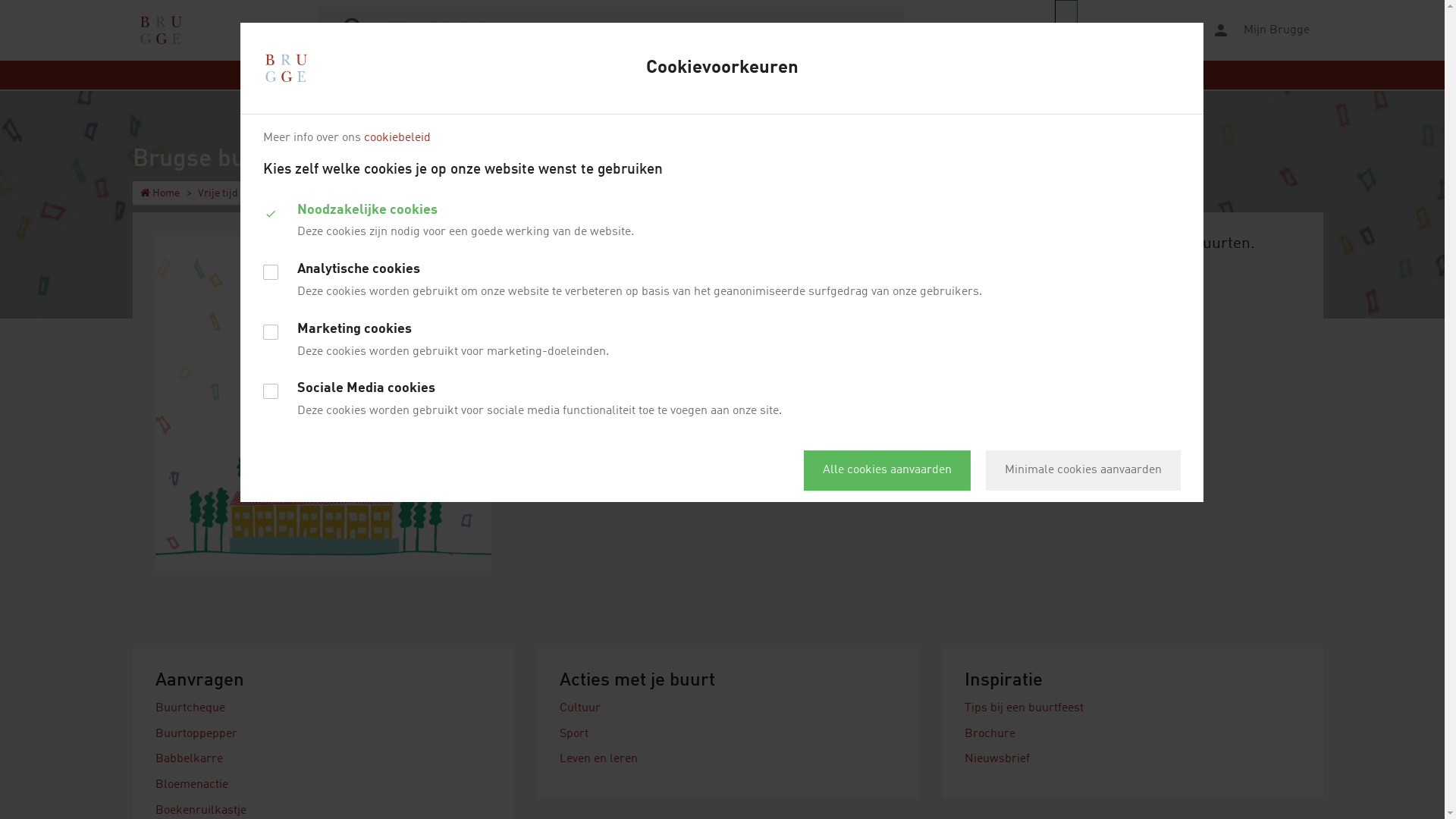 The image size is (1456, 819). I want to click on 'Ga naar de startpagina', so click(160, 30).